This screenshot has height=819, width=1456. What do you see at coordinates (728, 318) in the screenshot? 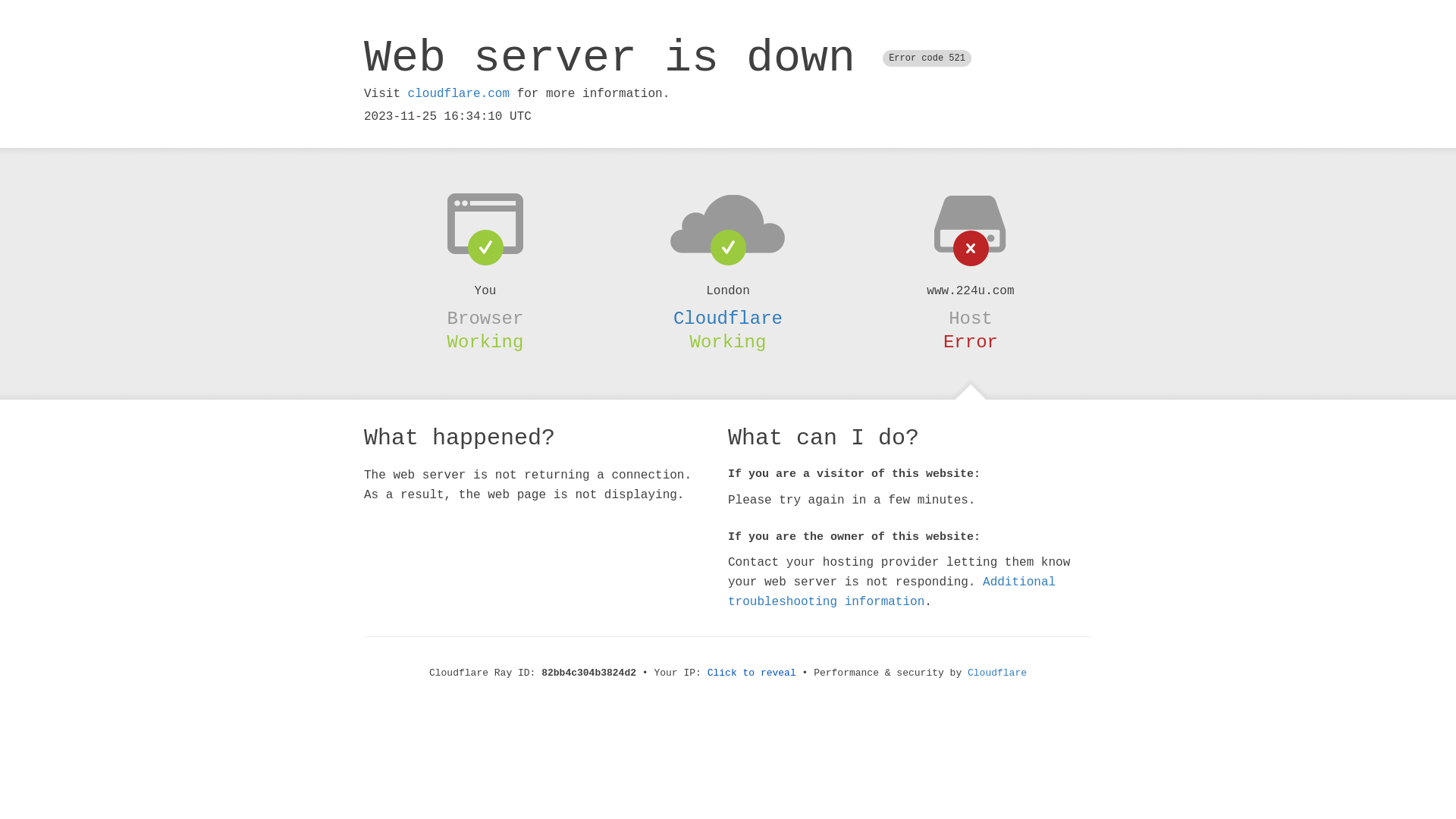
I see `'Cloudflare'` at bounding box center [728, 318].